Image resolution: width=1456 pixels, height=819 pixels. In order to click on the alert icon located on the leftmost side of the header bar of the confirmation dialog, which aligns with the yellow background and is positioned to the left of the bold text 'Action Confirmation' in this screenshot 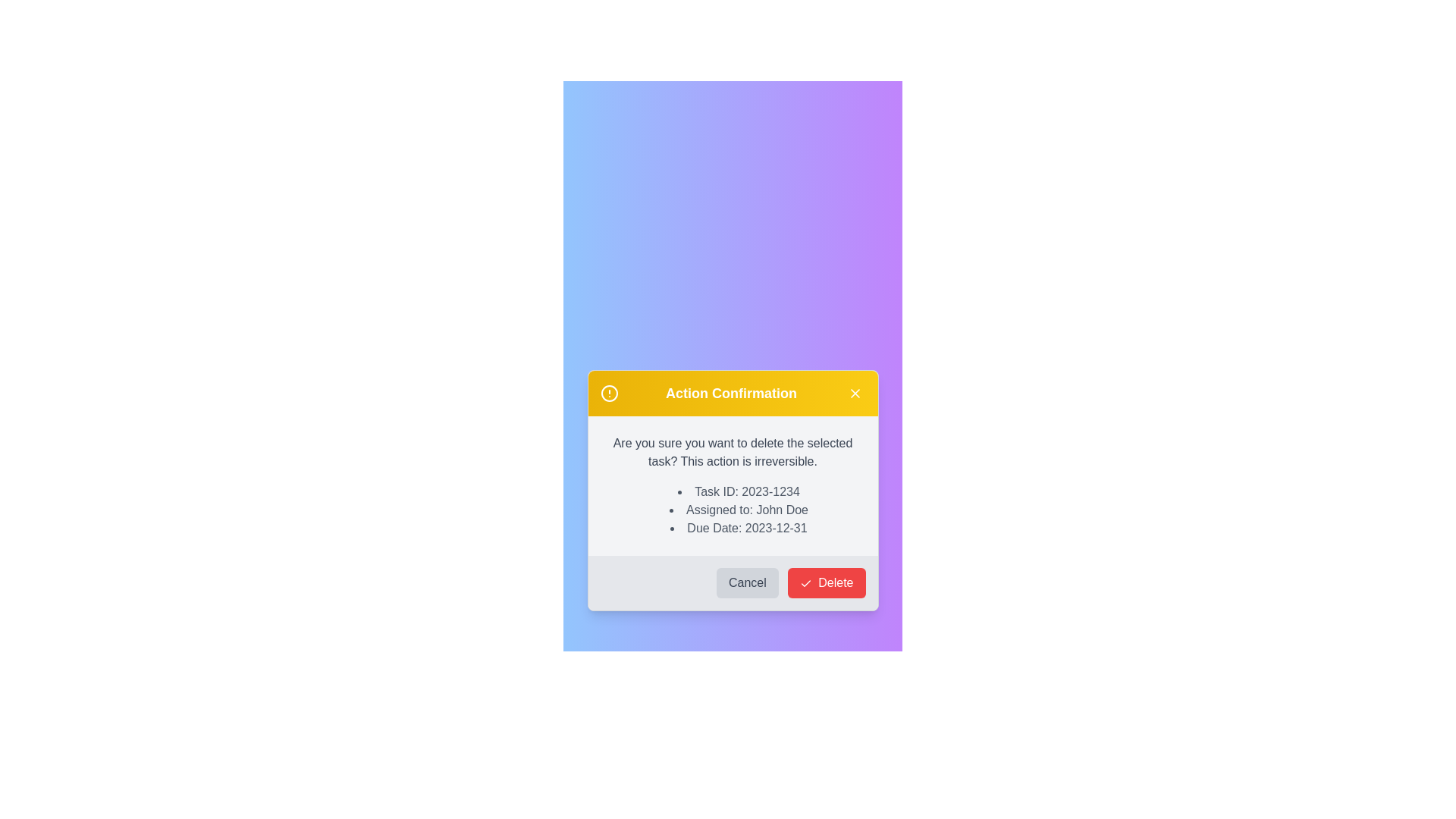, I will do `click(609, 393)`.